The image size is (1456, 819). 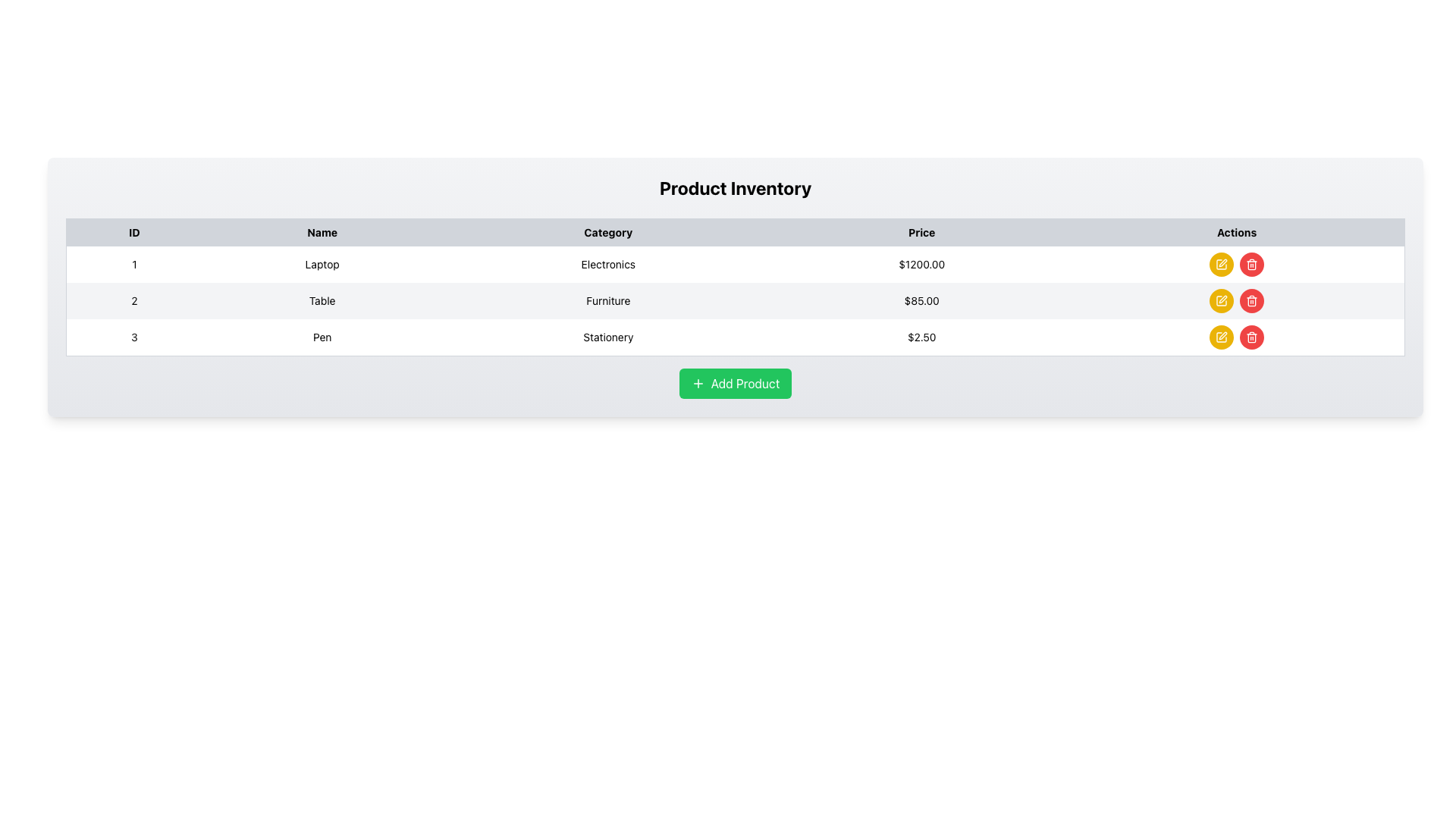 What do you see at coordinates (735, 382) in the screenshot?
I see `the button used to add a new product to the inventory list, located beneath the 'Product Inventory' table` at bounding box center [735, 382].